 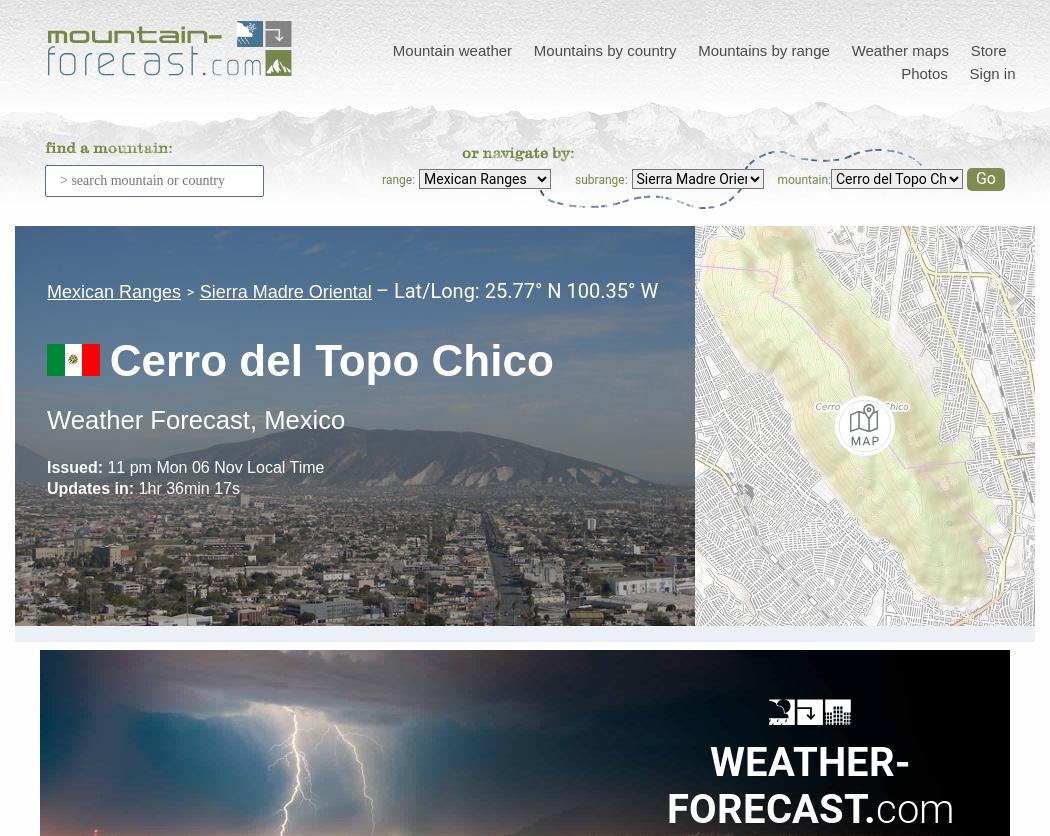 I want to click on 'Issued:', so click(x=73, y=467).